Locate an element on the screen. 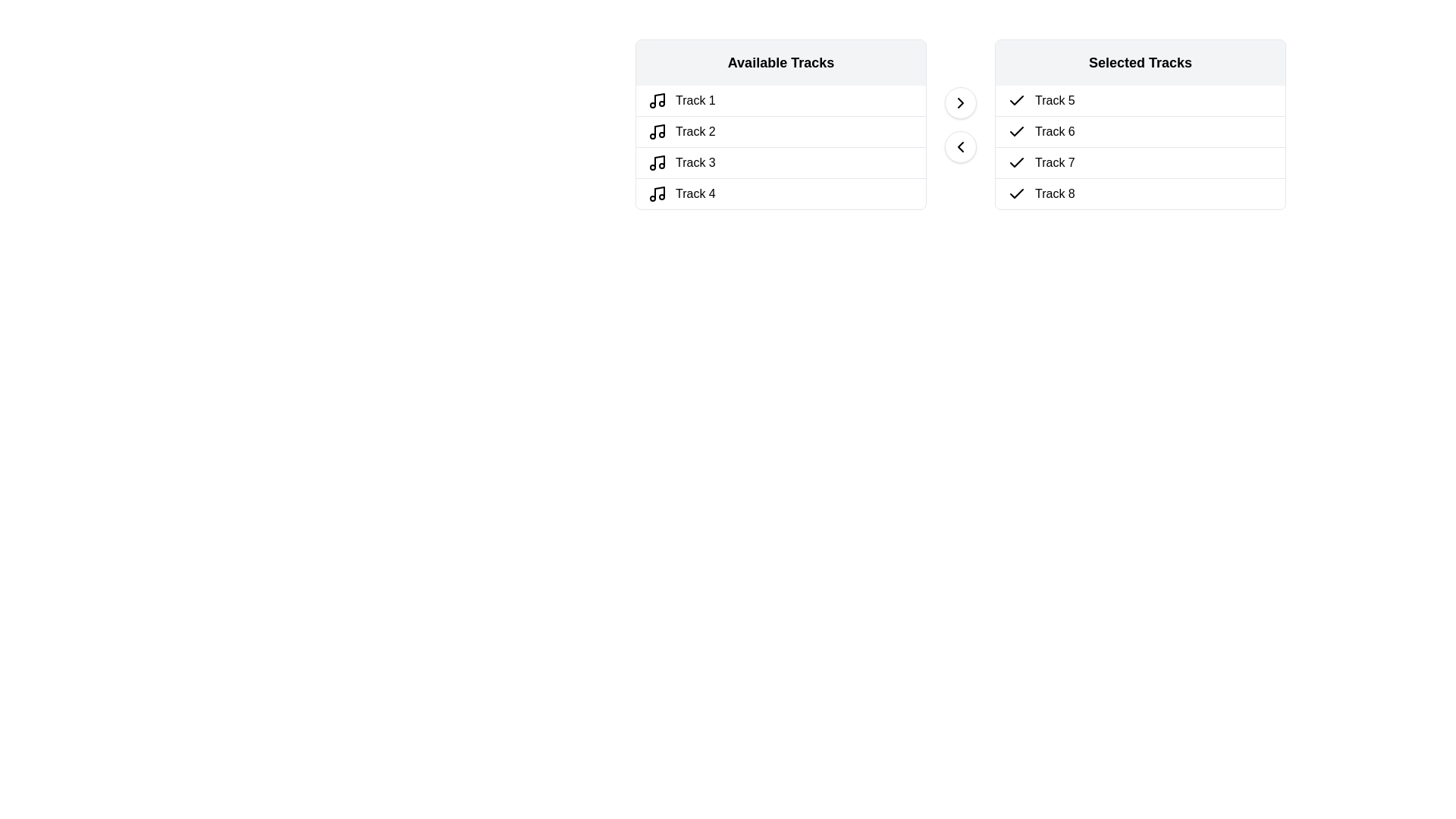 This screenshot has height=819, width=1456. the checkmark icon that indicates the active state for 'Track 7' in the 'Selected Tracks' column is located at coordinates (1016, 162).